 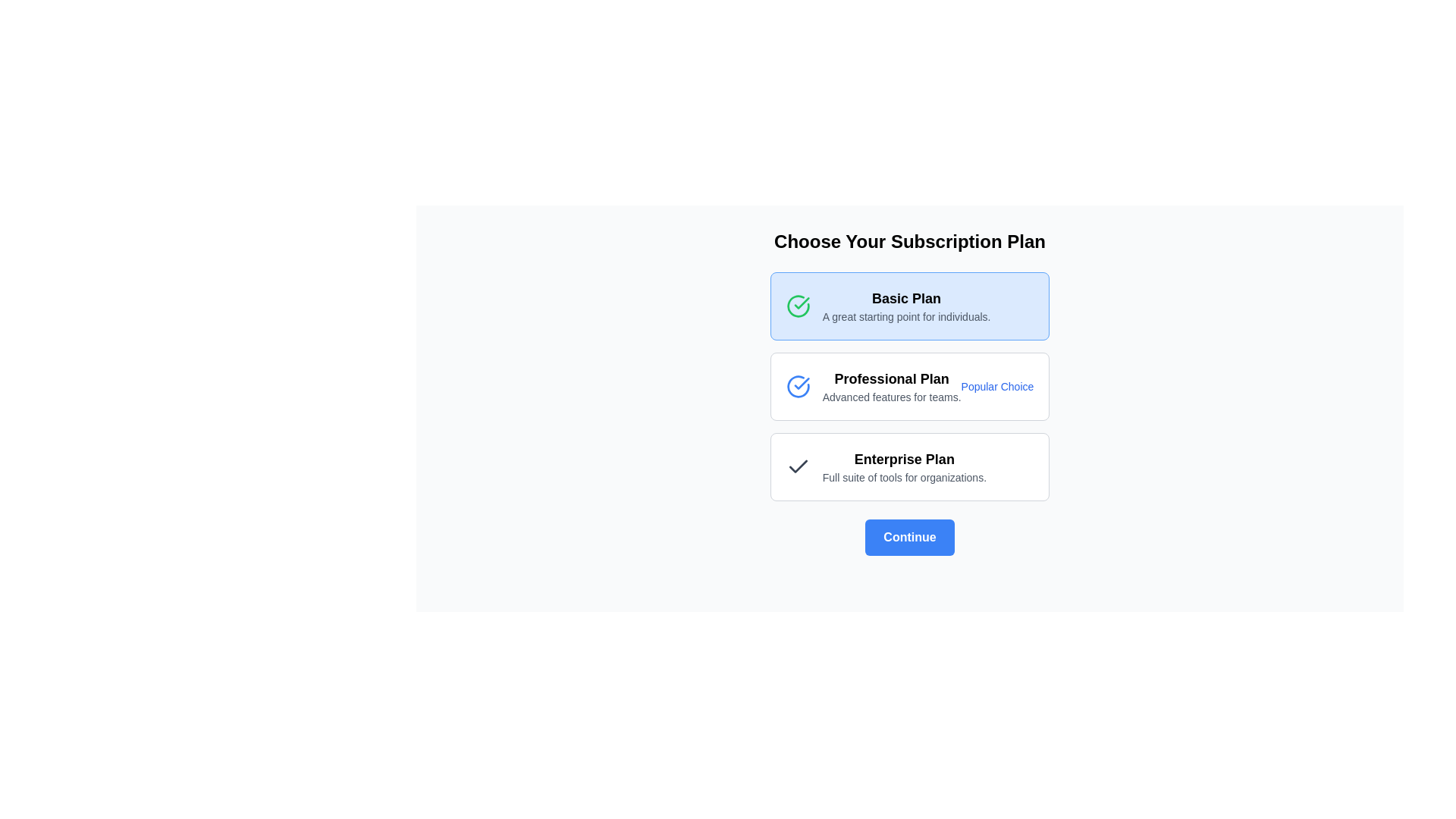 I want to click on the title text 'Enterprise Plan' of the selectable item, so click(x=886, y=466).